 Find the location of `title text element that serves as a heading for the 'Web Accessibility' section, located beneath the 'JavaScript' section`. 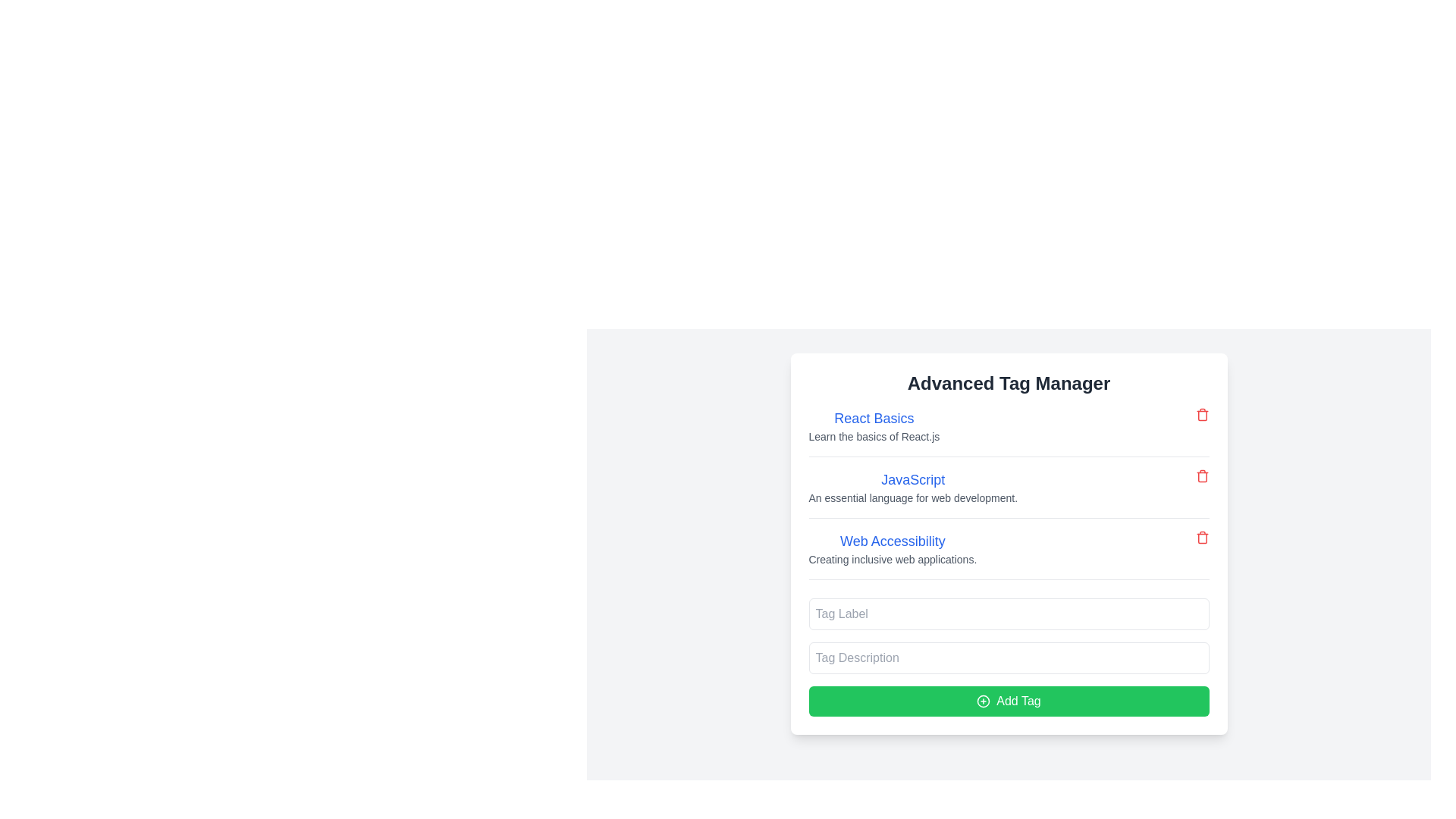

title text element that serves as a heading for the 'Web Accessibility' section, located beneath the 'JavaScript' section is located at coordinates (893, 540).